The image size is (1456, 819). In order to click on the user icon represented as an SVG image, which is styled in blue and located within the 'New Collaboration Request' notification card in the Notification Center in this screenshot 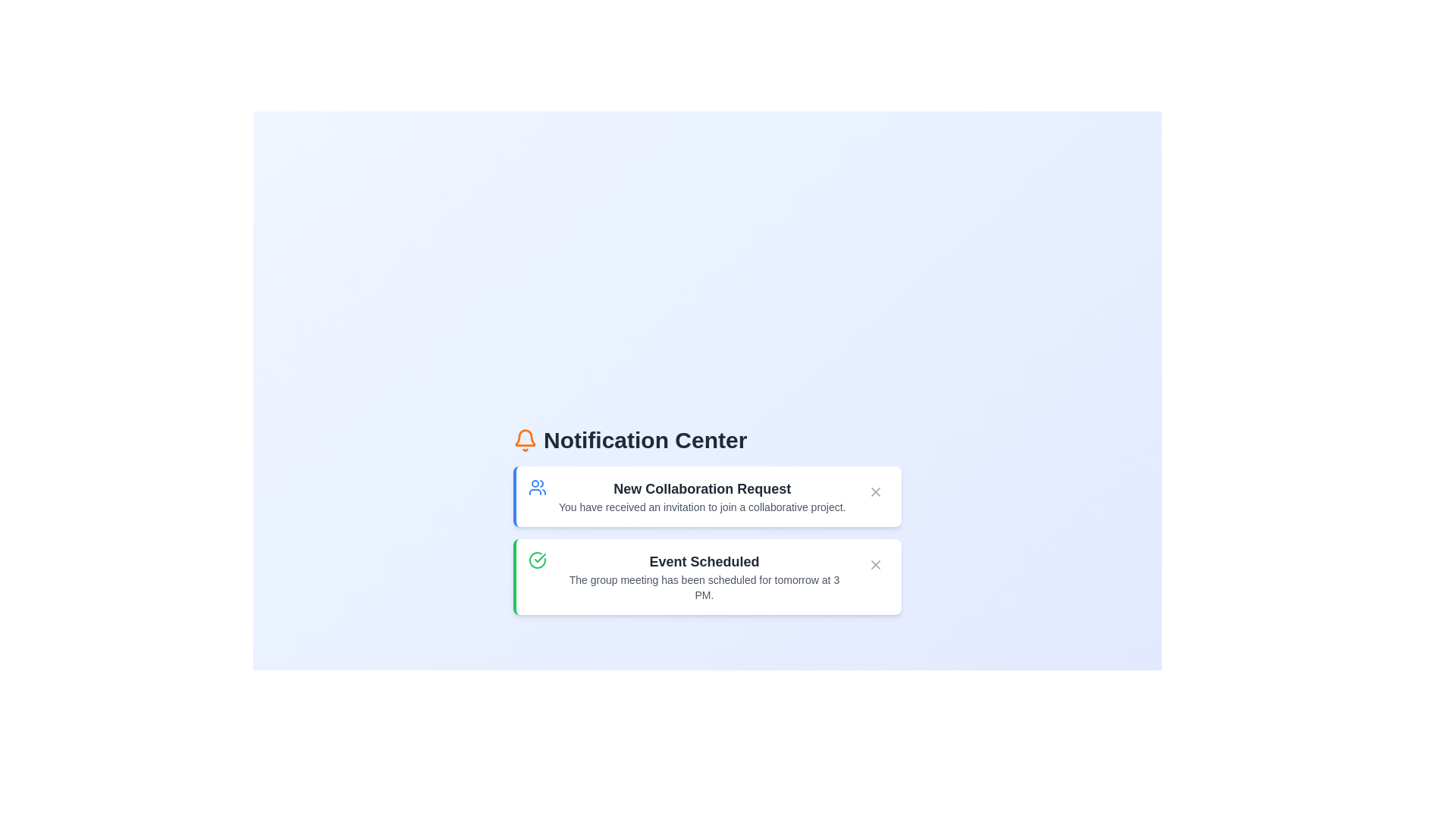, I will do `click(538, 488)`.